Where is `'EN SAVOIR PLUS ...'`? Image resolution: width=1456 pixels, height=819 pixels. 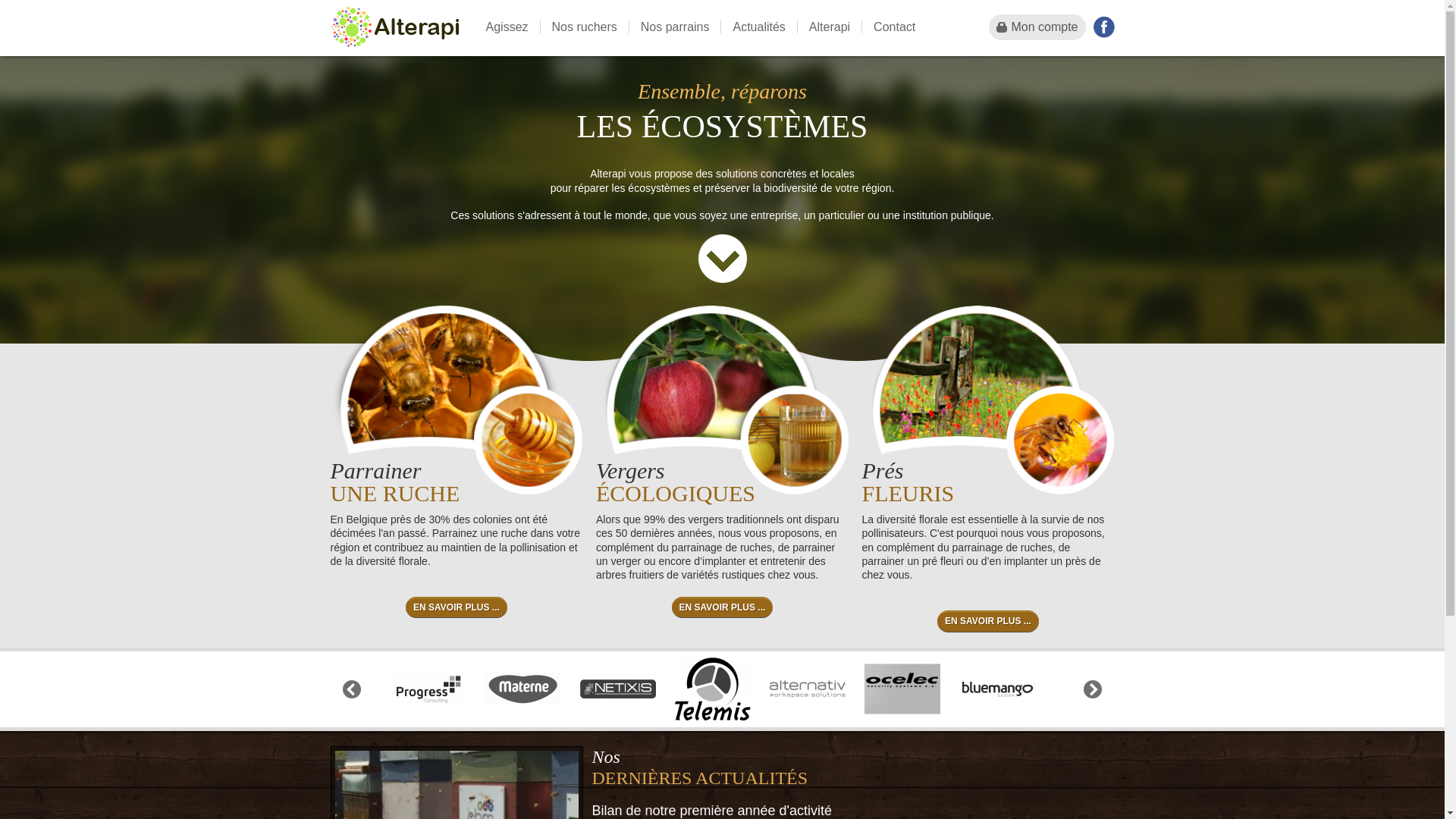
'EN SAVOIR PLUS ...' is located at coordinates (987, 620).